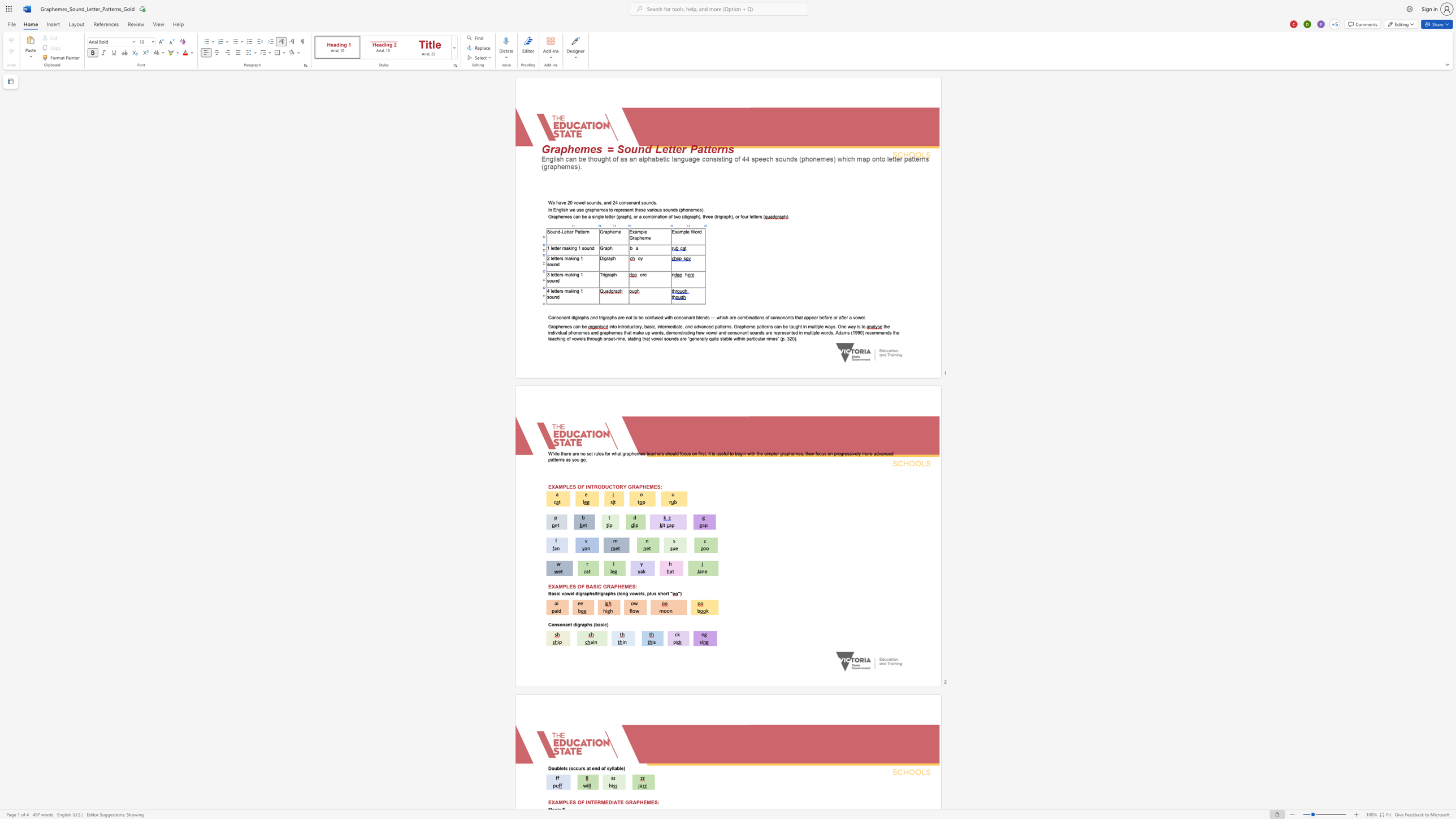 This screenshot has width=1456, height=819. I want to click on the 1th character "h" in the text, so click(588, 624).